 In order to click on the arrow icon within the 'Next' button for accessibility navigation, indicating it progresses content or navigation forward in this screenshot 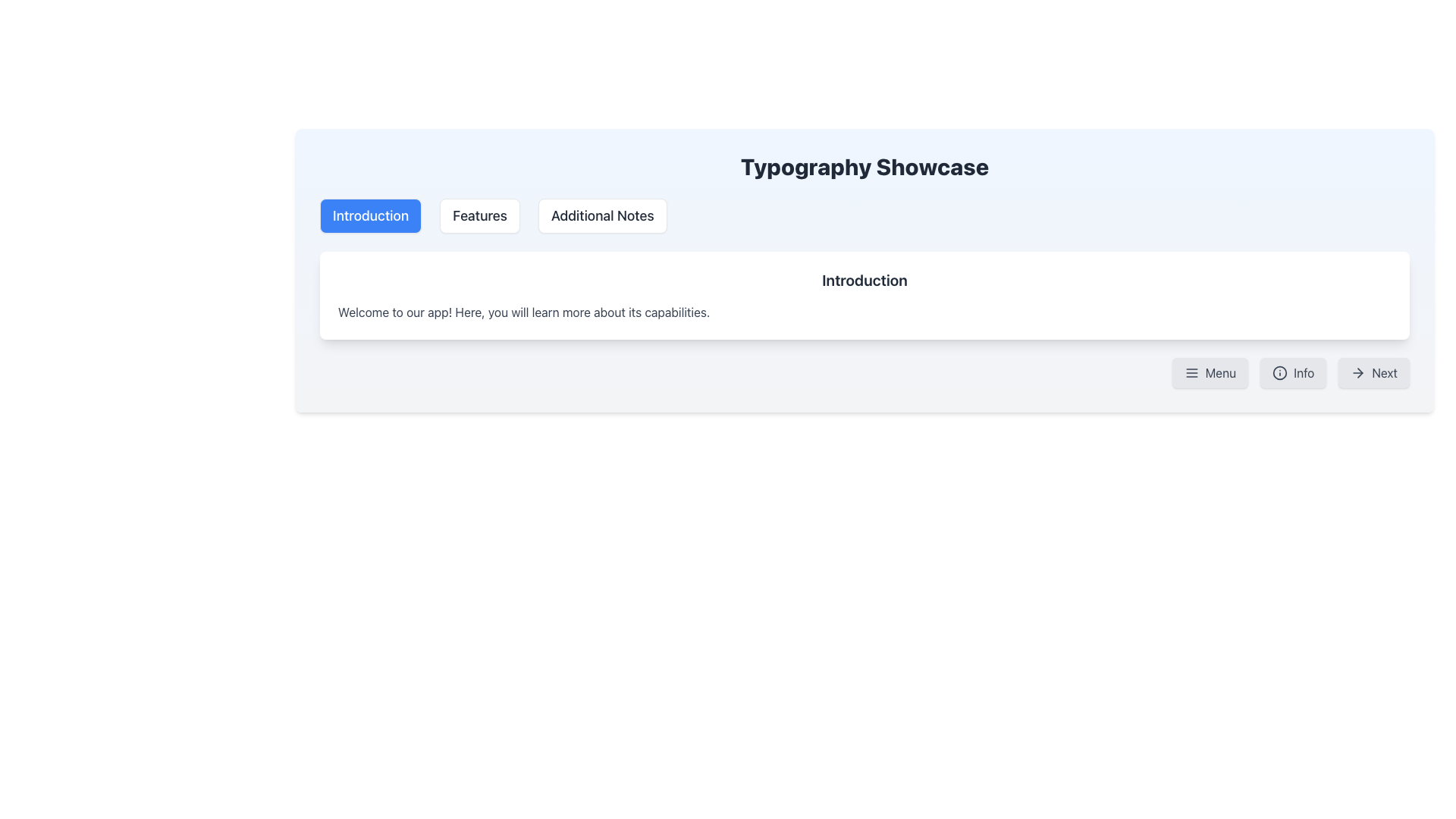, I will do `click(1358, 373)`.